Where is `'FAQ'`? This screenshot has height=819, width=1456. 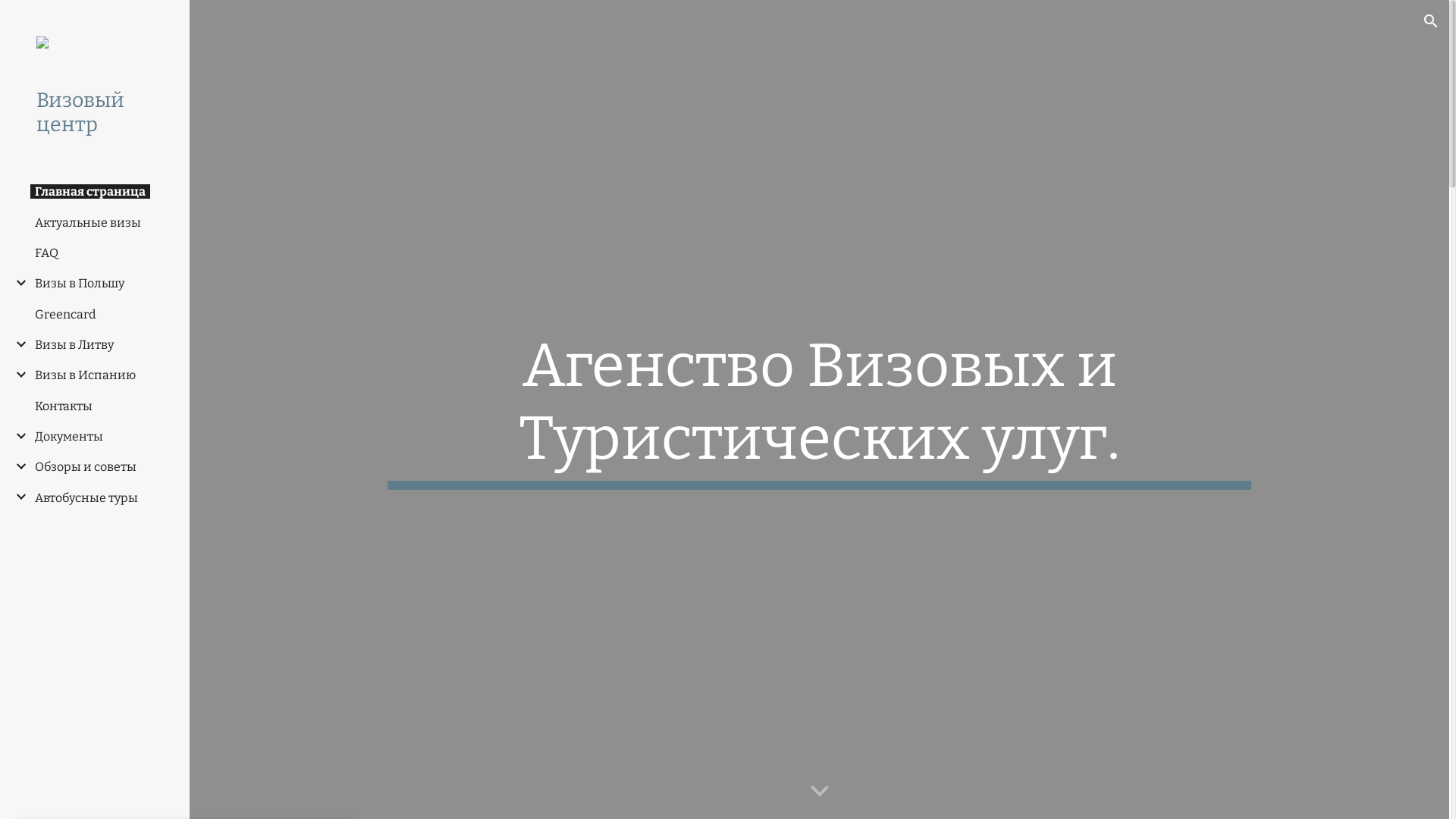 'FAQ' is located at coordinates (46, 252).